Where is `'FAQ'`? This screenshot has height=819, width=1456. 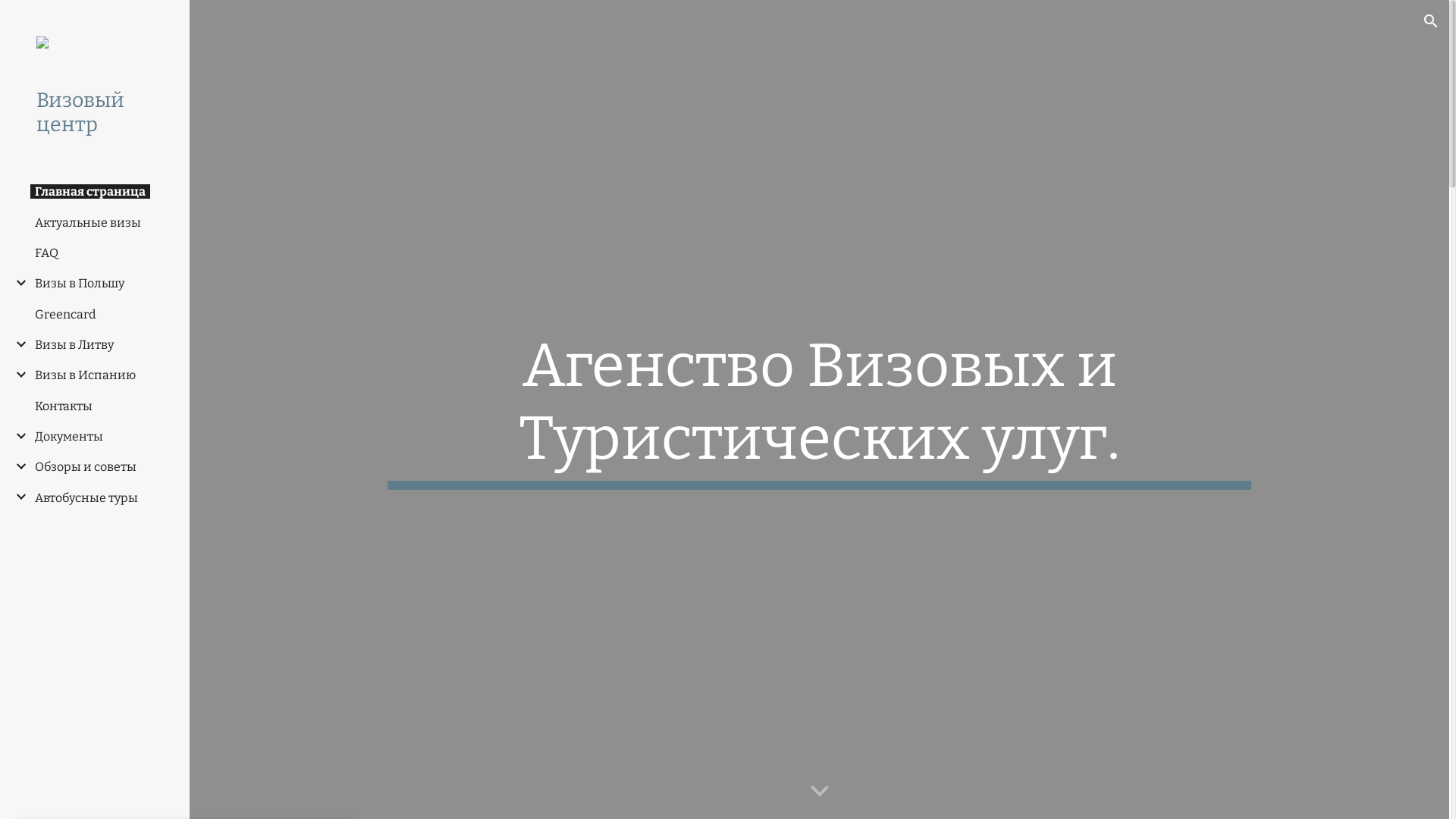 'FAQ' is located at coordinates (46, 252).